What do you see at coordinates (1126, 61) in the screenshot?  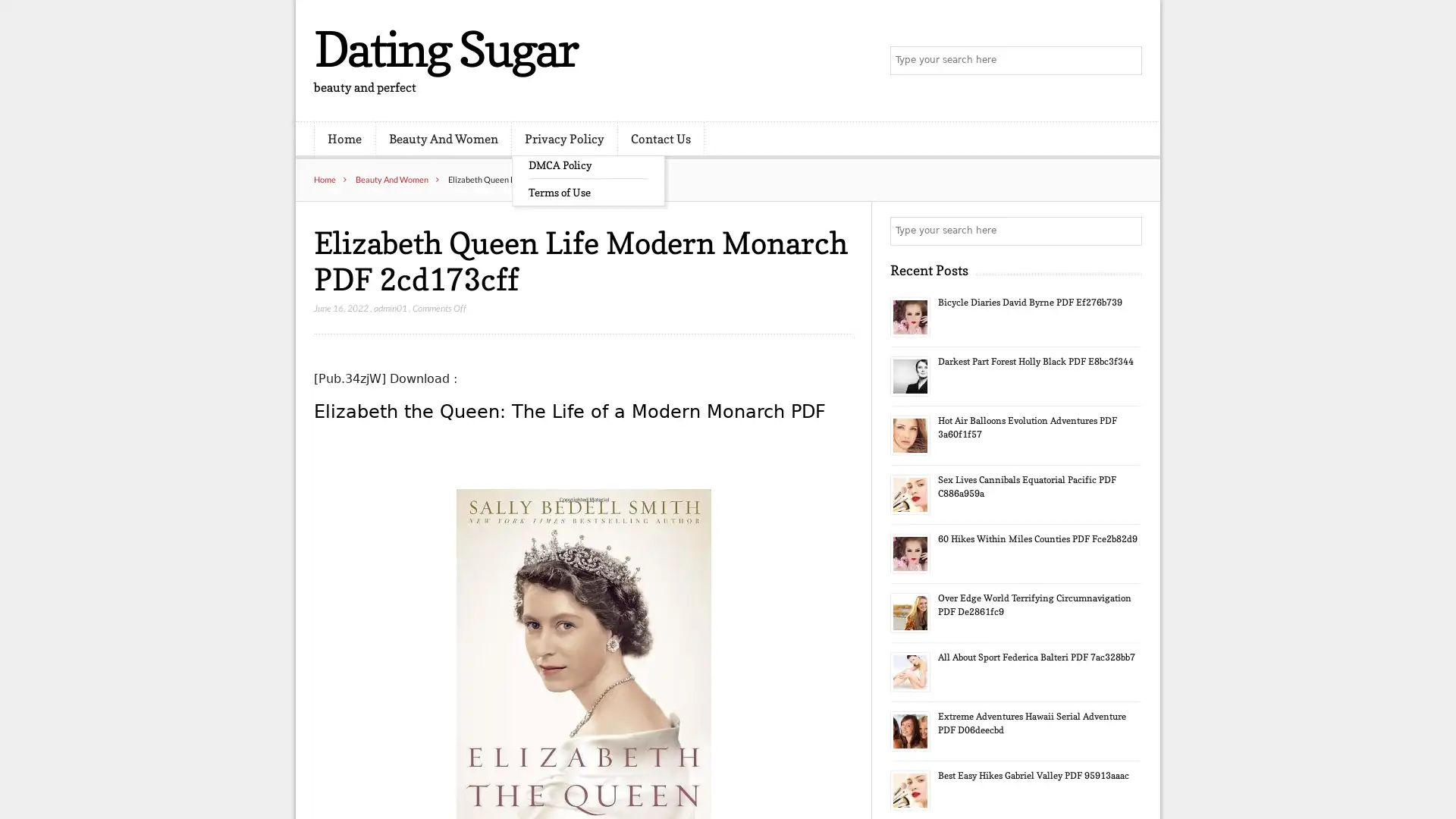 I see `Search` at bounding box center [1126, 61].